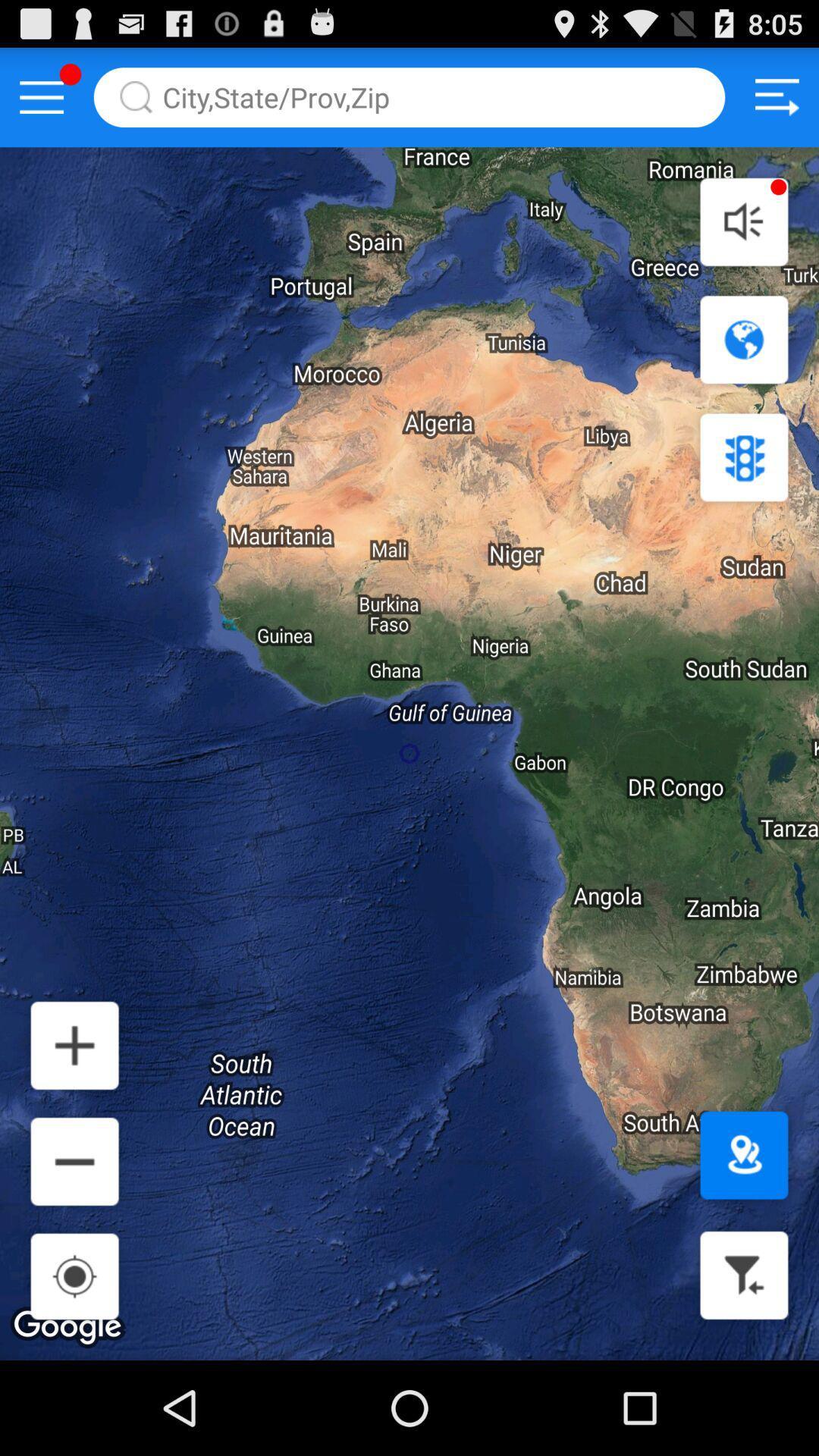  I want to click on zoom, so click(74, 1160).